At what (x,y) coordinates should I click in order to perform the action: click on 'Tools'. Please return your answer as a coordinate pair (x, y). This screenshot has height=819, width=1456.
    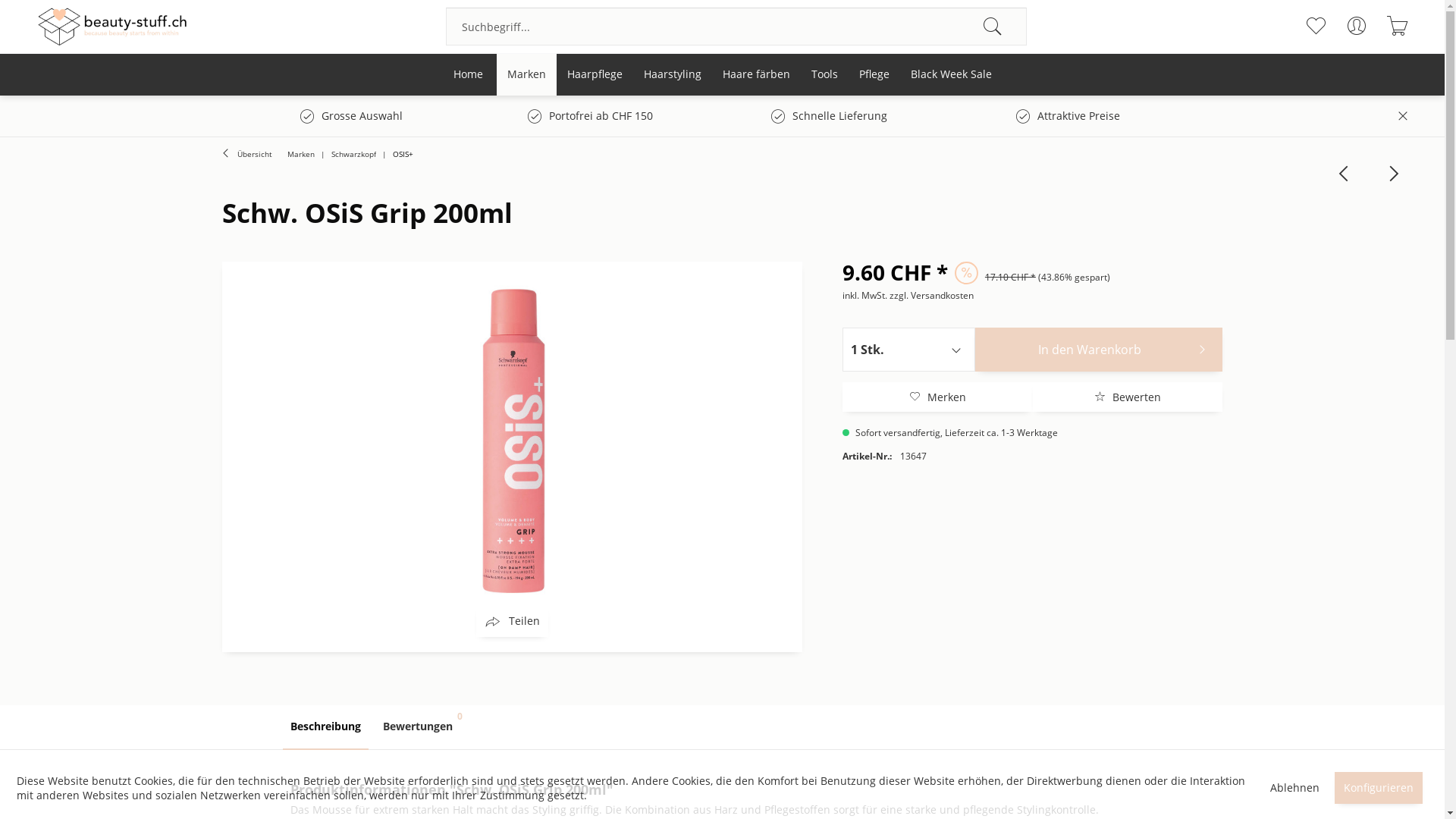
    Looking at the image, I should click on (800, 74).